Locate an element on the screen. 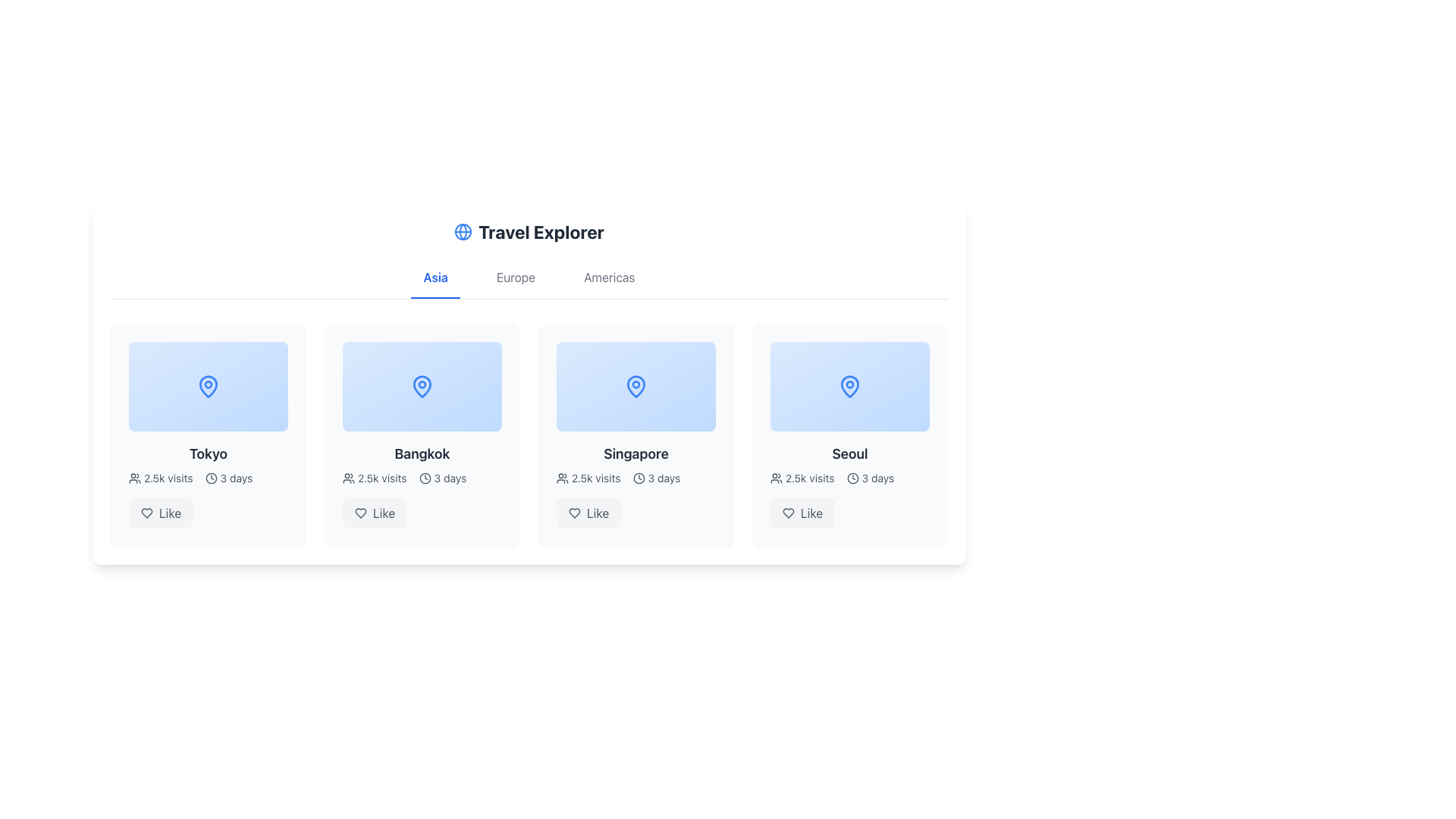 The height and width of the screenshot is (819, 1456). the 'Like' button located at the bottom right corner of the Singapore card to trigger the hover effect is located at coordinates (588, 513).